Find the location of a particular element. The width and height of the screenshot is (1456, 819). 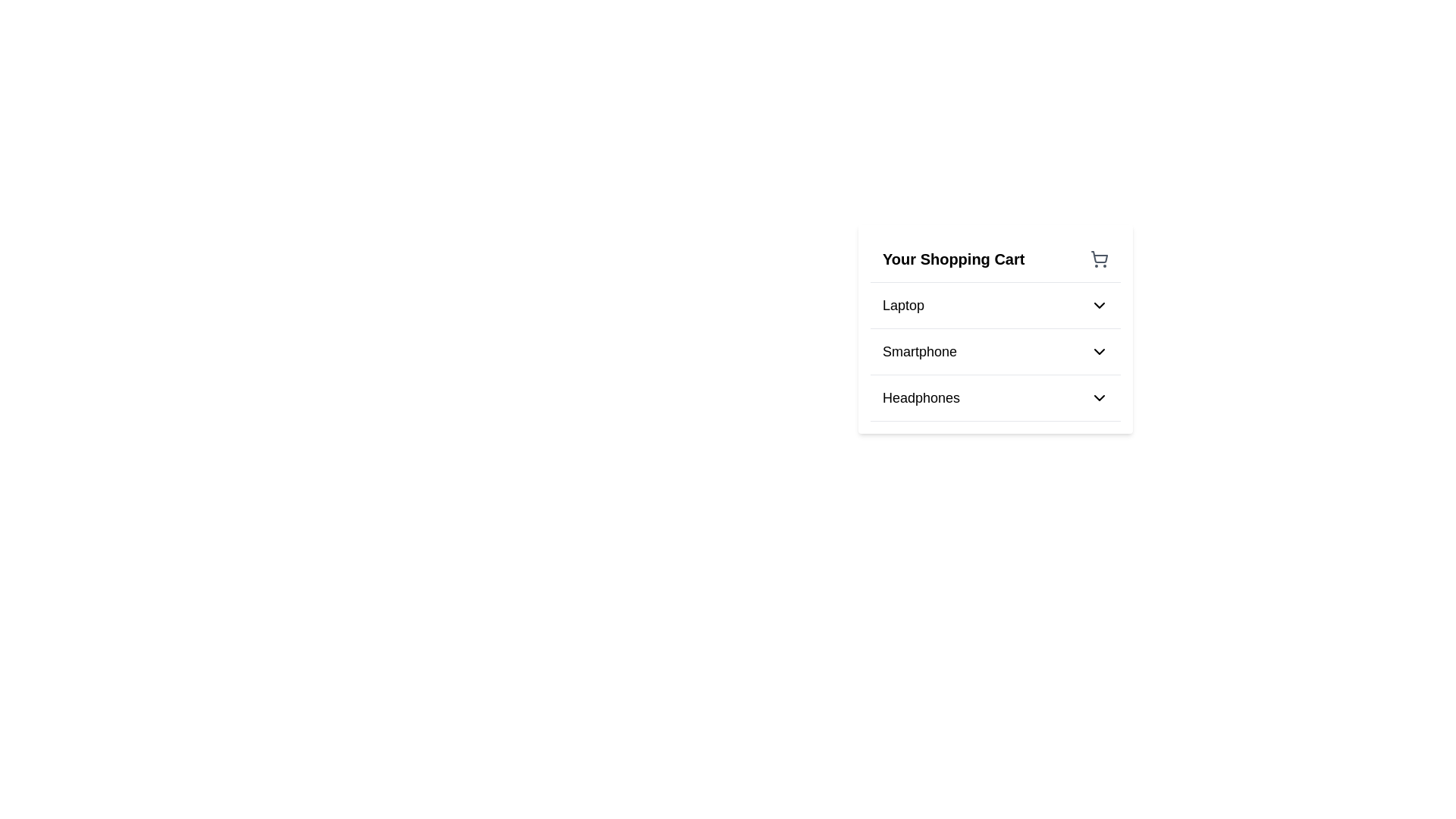

the stylized shopping cart icon located next to the 'Your Shopping Cart' header at the top-right corner of the interface is located at coordinates (1099, 259).